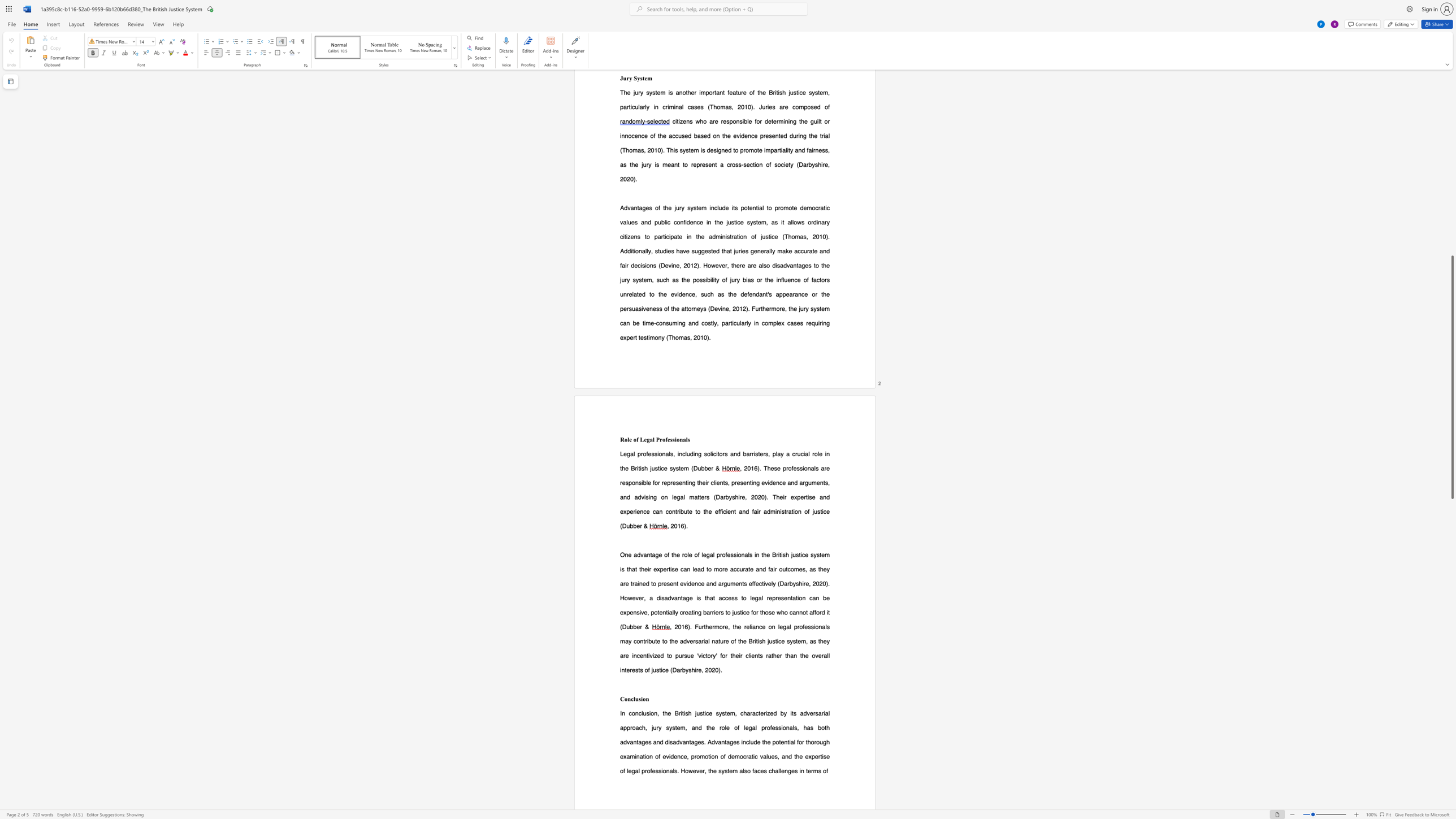 Image resolution: width=1456 pixels, height=819 pixels. Describe the element at coordinates (691, 468) in the screenshot. I see `the subset text "(D" within the text "(Dubber &"` at that location.